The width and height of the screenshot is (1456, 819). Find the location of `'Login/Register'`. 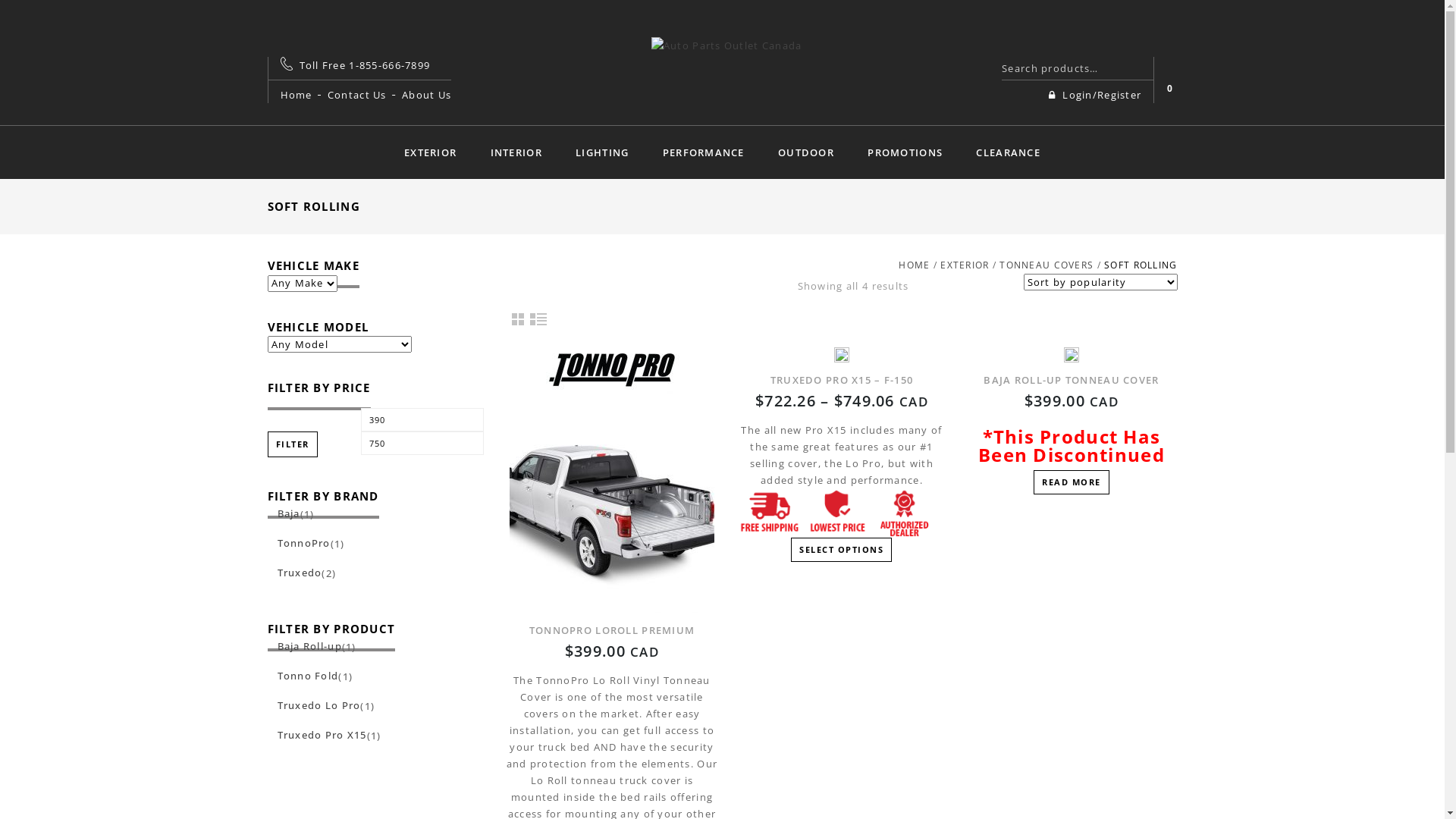

'Login/Register' is located at coordinates (1047, 94).